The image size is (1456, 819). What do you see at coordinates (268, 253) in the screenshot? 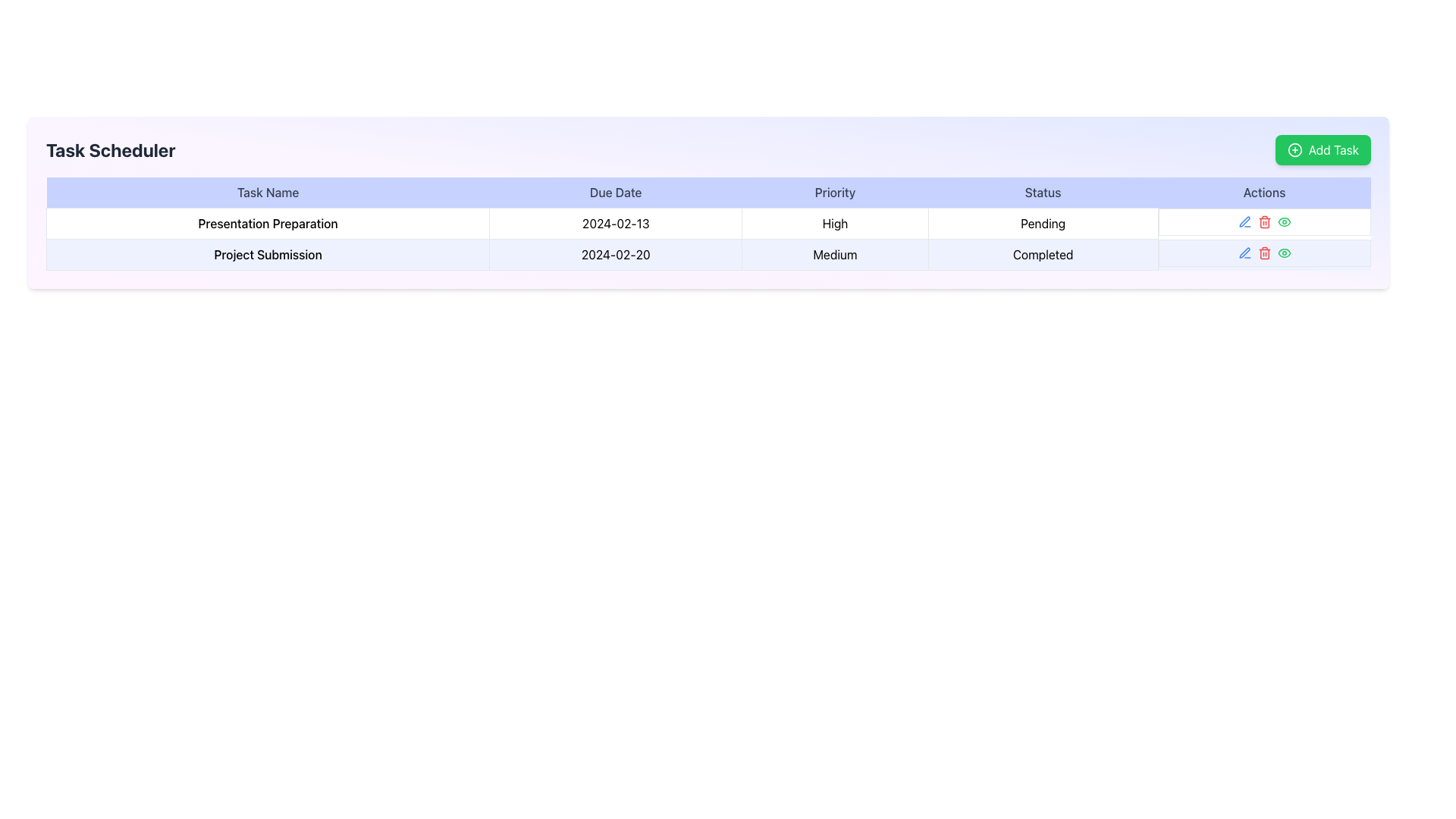
I see `text from the 'Project Submission' text block, which is styled with medium font weight and centered alignment in the task table layout` at bounding box center [268, 253].